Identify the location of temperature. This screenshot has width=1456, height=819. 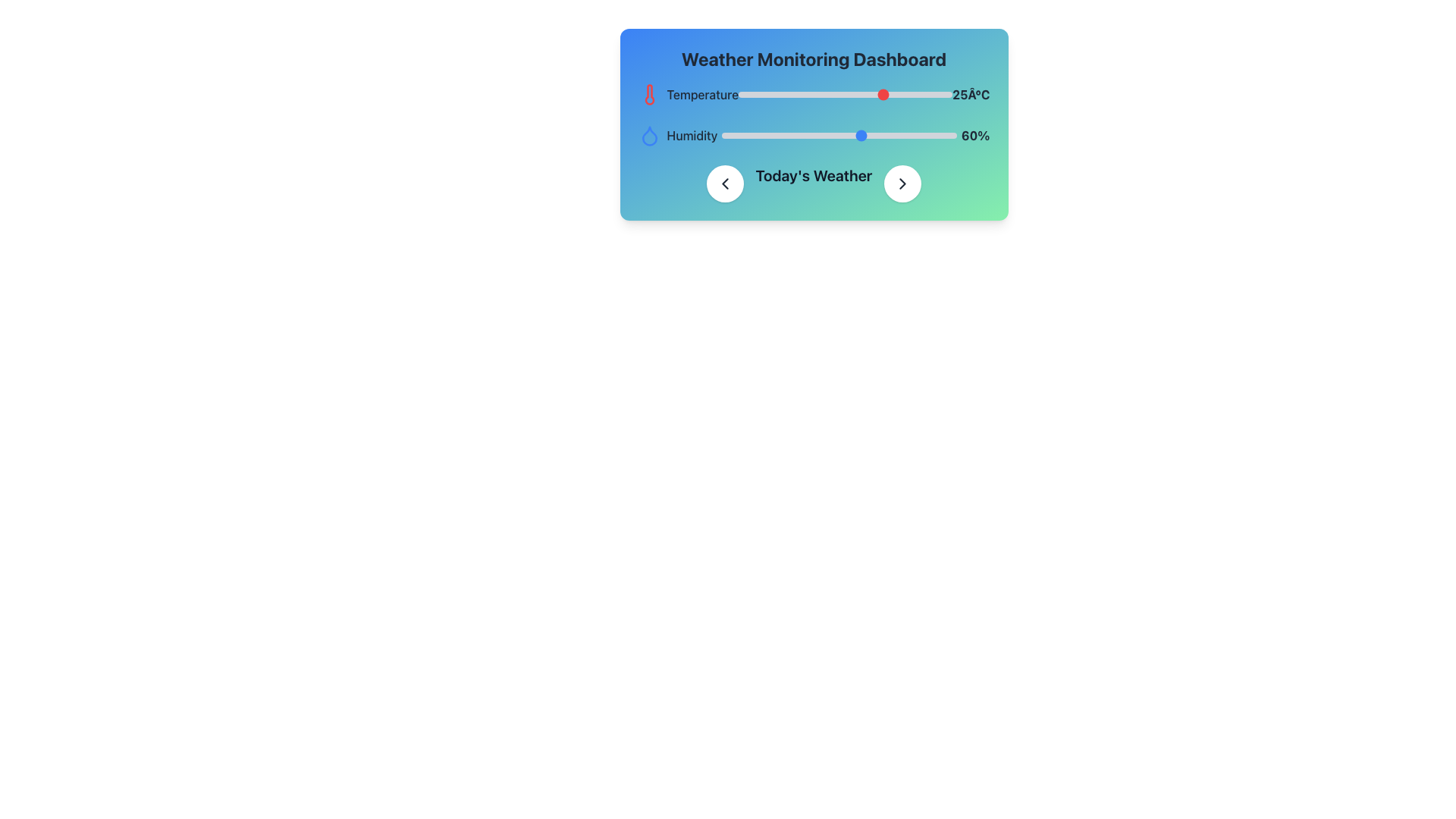
(776, 94).